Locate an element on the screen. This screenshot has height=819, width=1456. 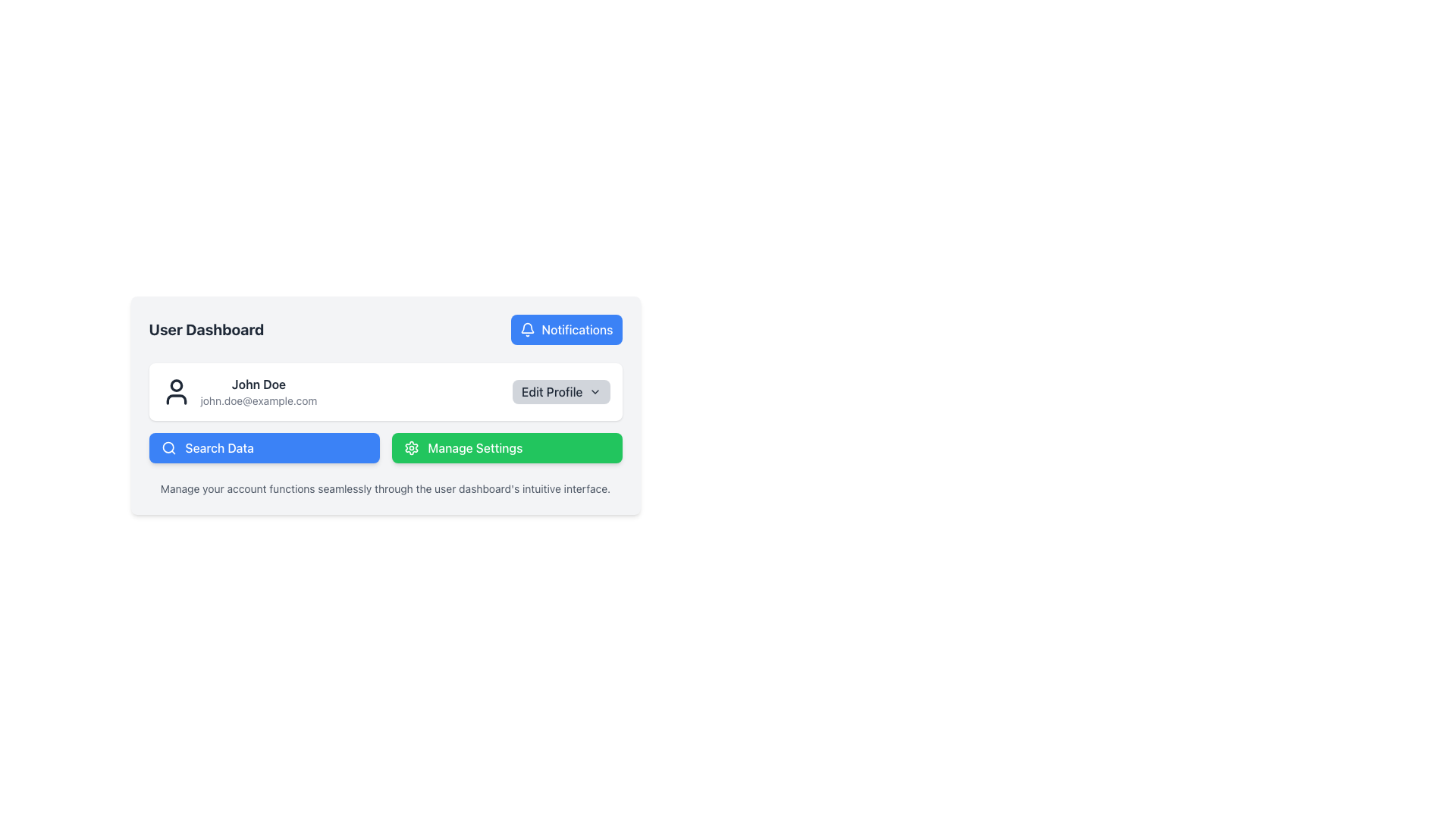
the informational static text element located below the 'Search Data' and 'Manage Settings' buttons in the user dashboard is located at coordinates (385, 488).